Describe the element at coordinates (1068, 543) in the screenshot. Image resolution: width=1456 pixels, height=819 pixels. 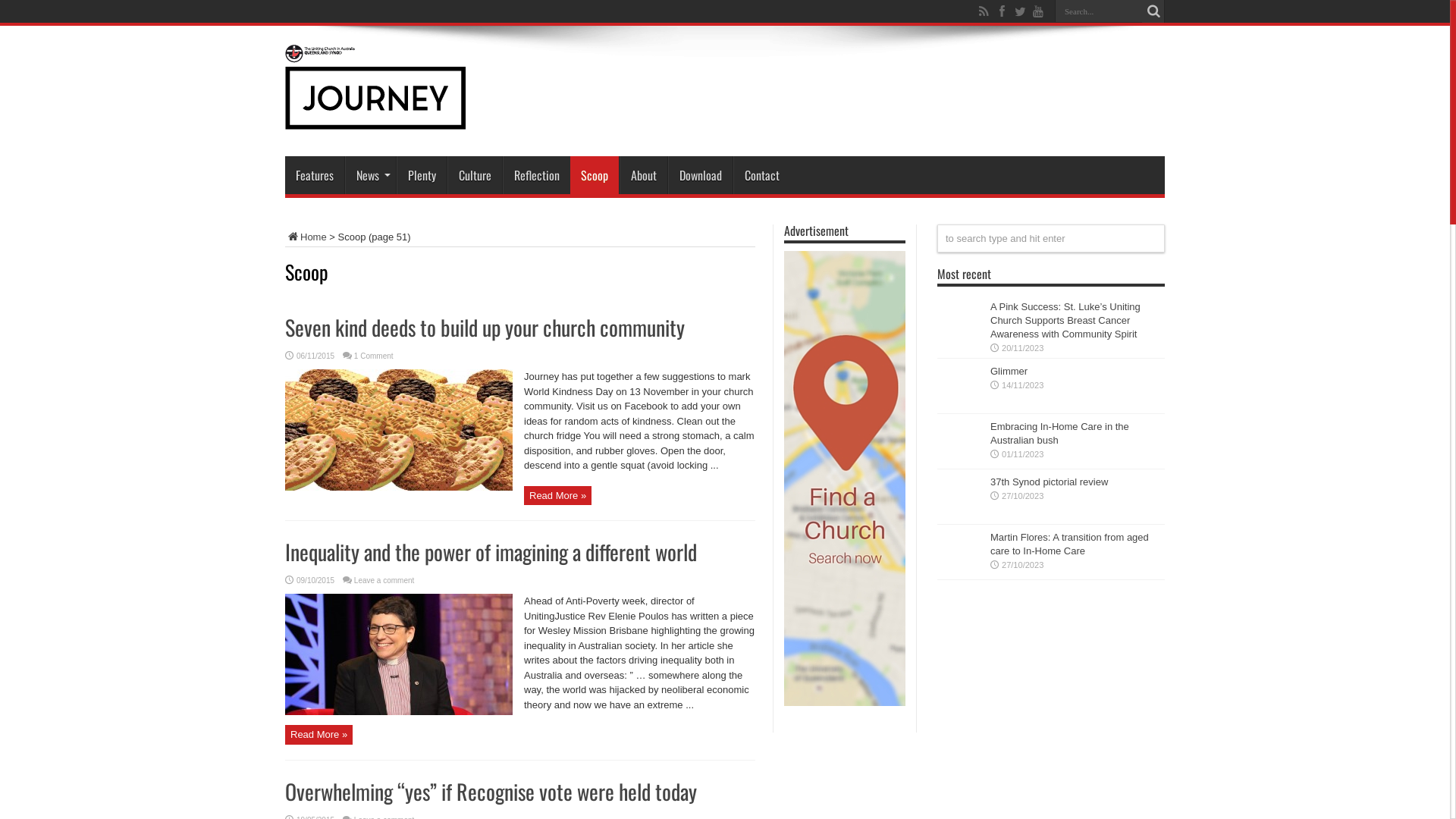
I see `'Martin Flores: A transition from aged care to In-Home Care'` at that location.